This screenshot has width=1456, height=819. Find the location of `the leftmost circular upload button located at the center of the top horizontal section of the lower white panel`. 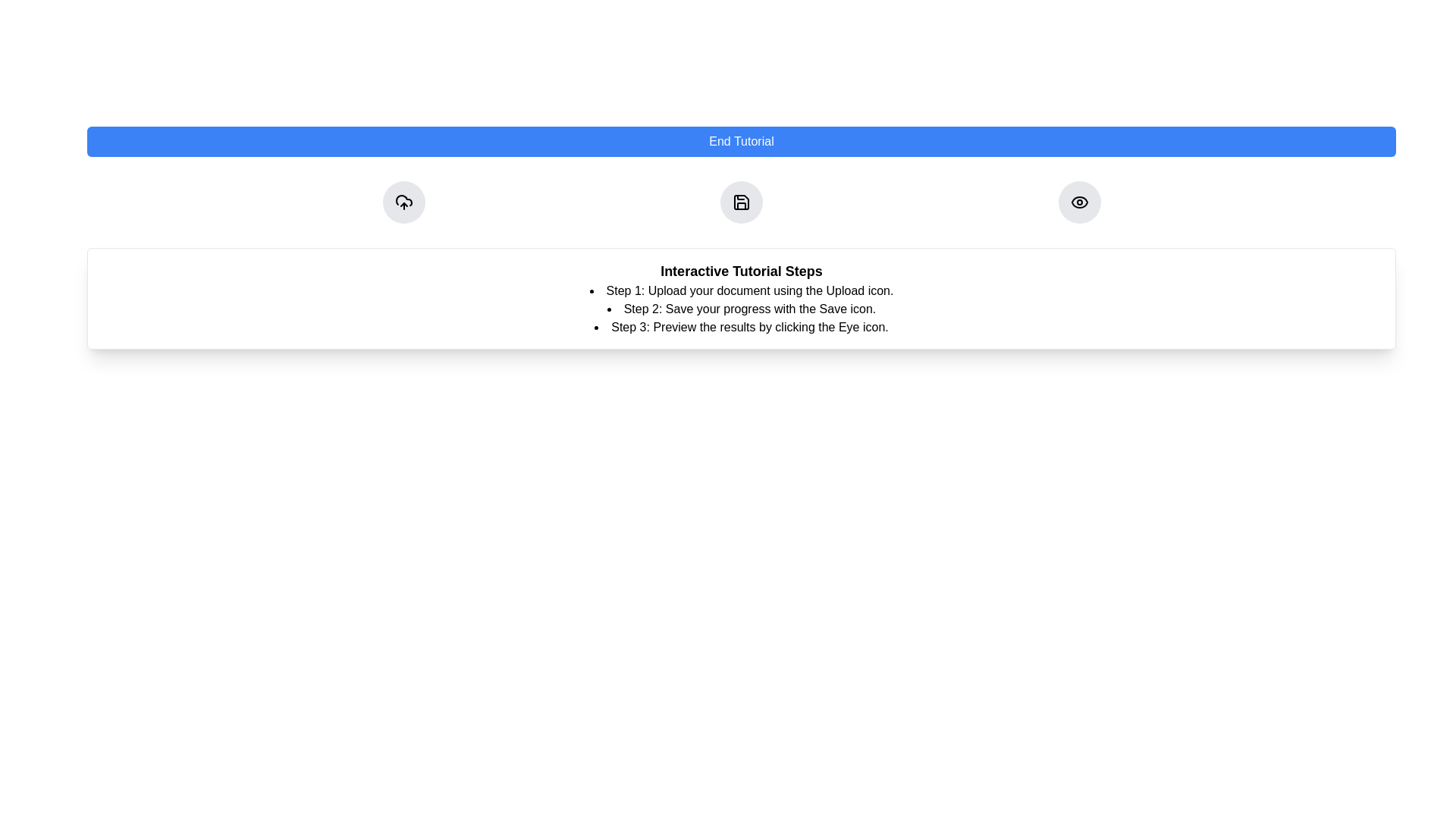

the leftmost circular upload button located at the center of the top horizontal section of the lower white panel is located at coordinates (403, 201).